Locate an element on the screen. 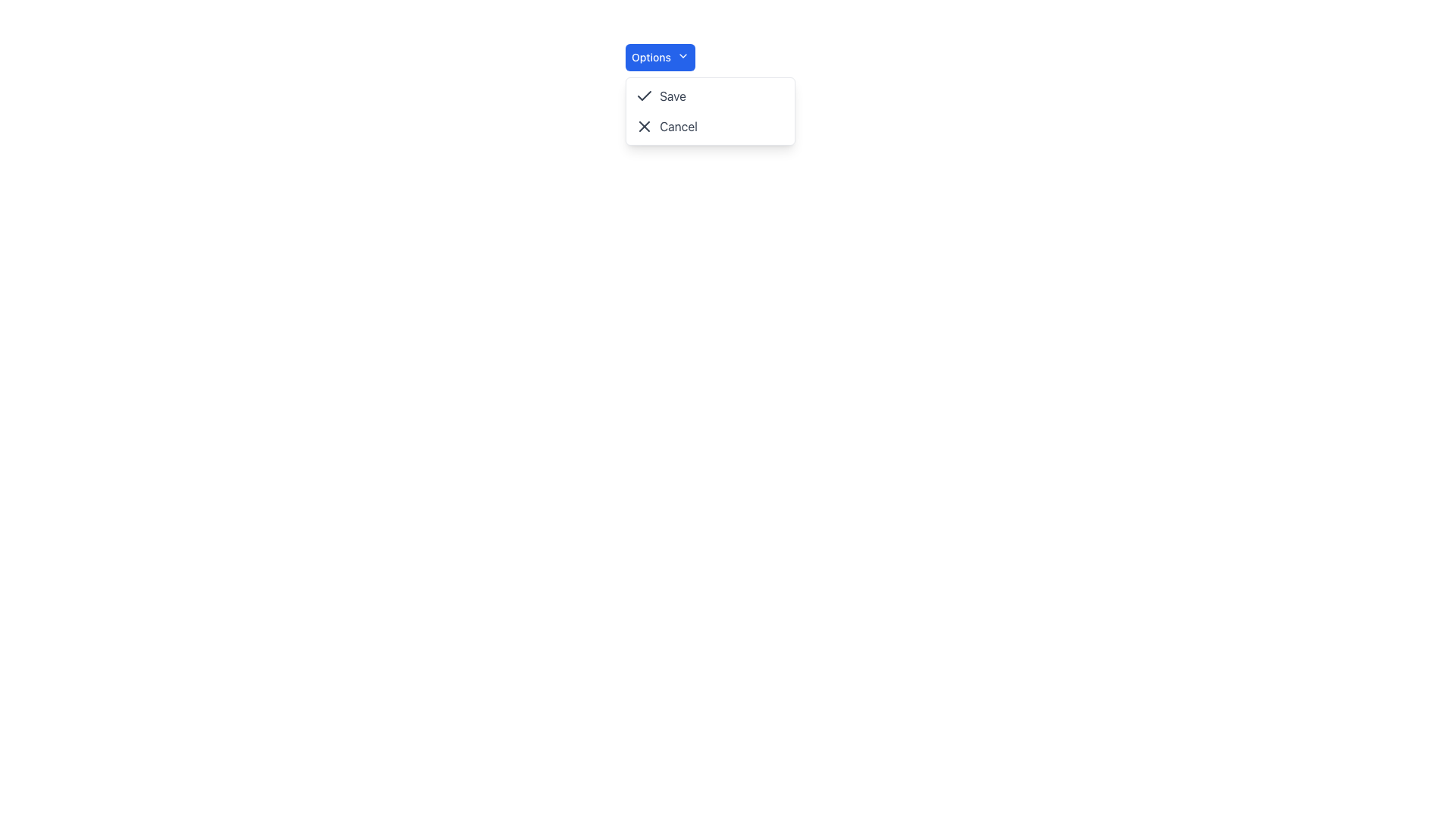  the dropdown trigger button located at the top-left corner of the dropdown menu is located at coordinates (660, 57).